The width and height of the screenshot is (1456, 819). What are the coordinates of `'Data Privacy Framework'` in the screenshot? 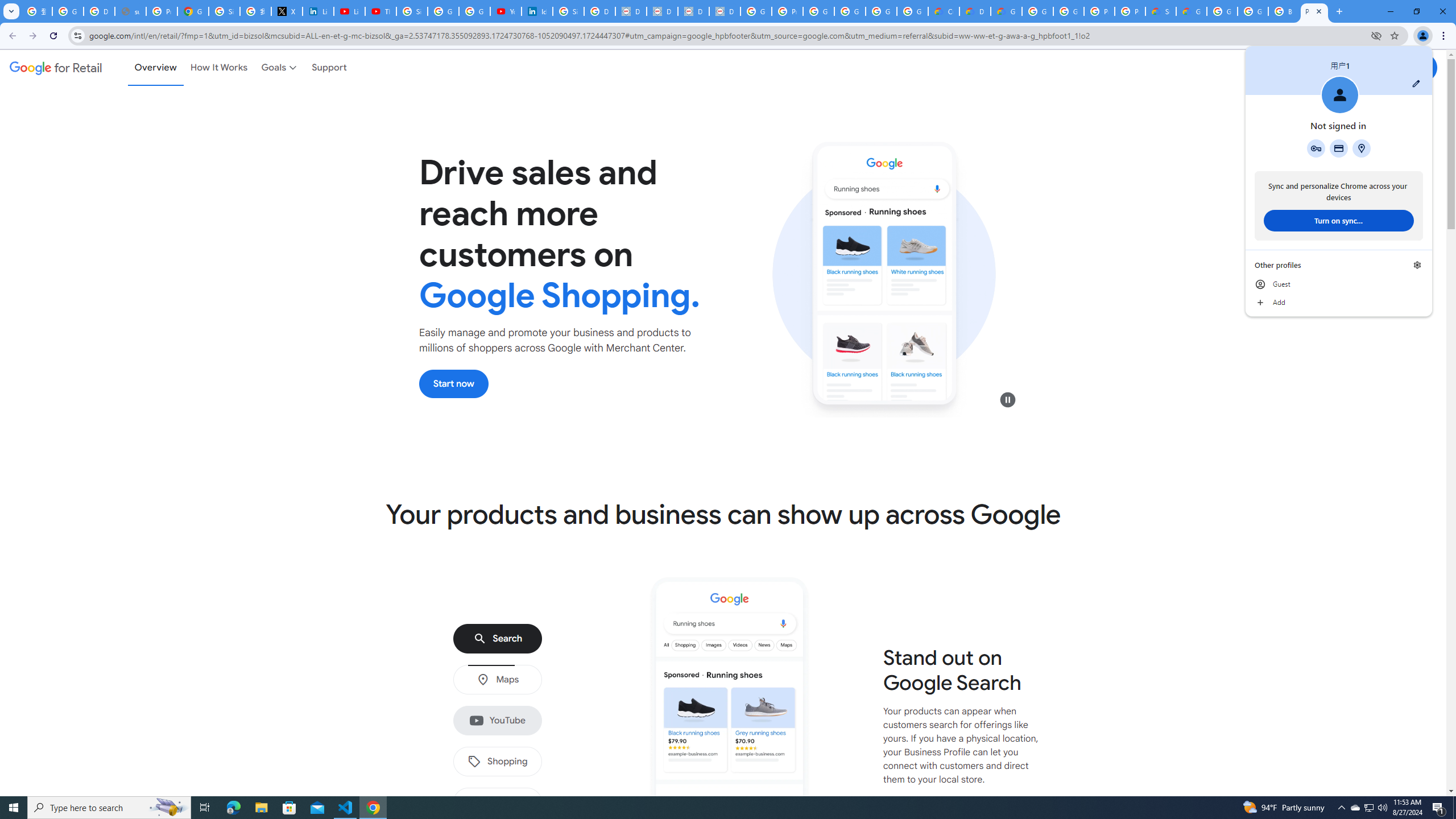 It's located at (693, 11).